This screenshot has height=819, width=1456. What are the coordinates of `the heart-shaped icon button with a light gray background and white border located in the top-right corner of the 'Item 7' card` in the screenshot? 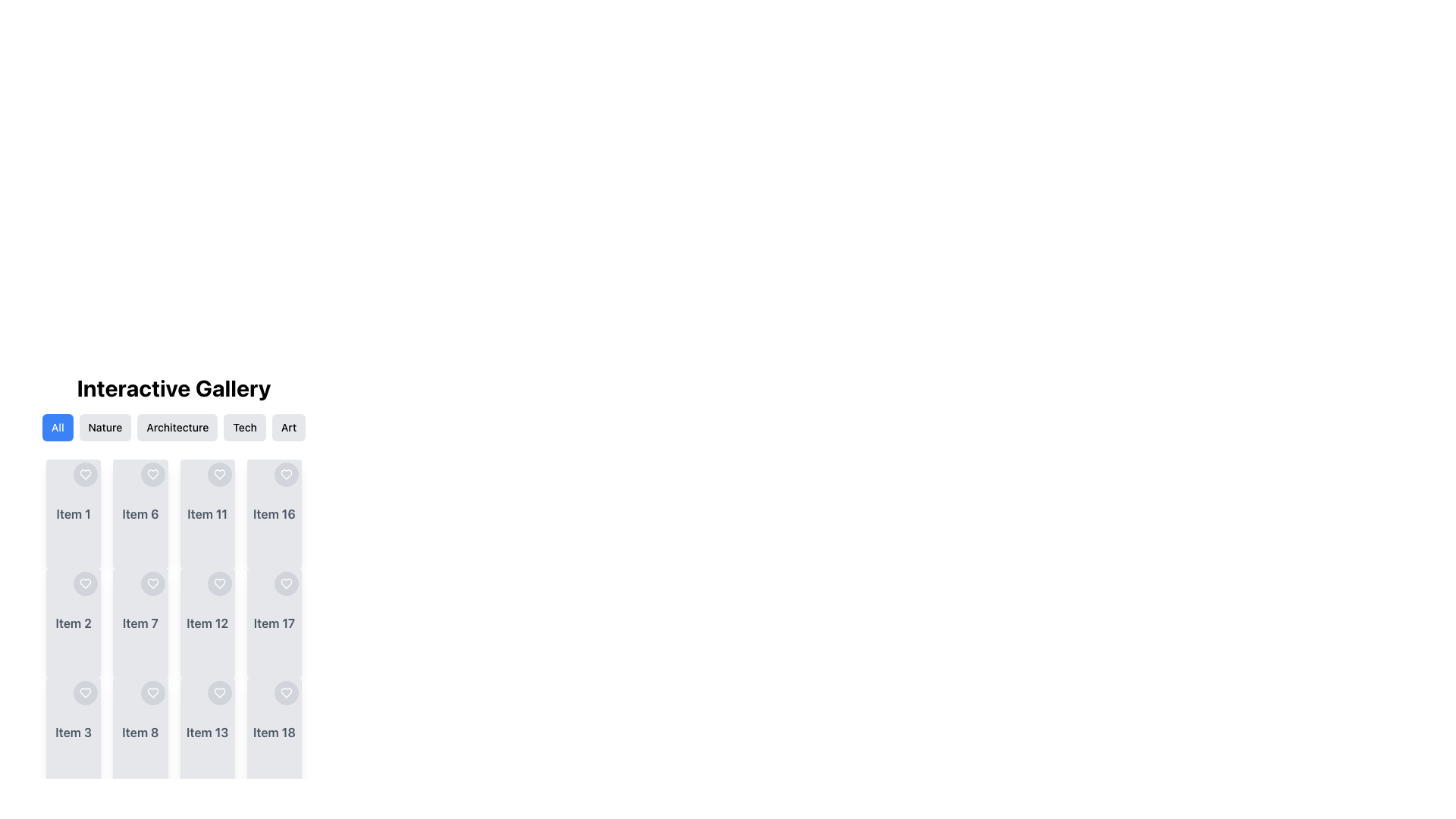 It's located at (152, 583).